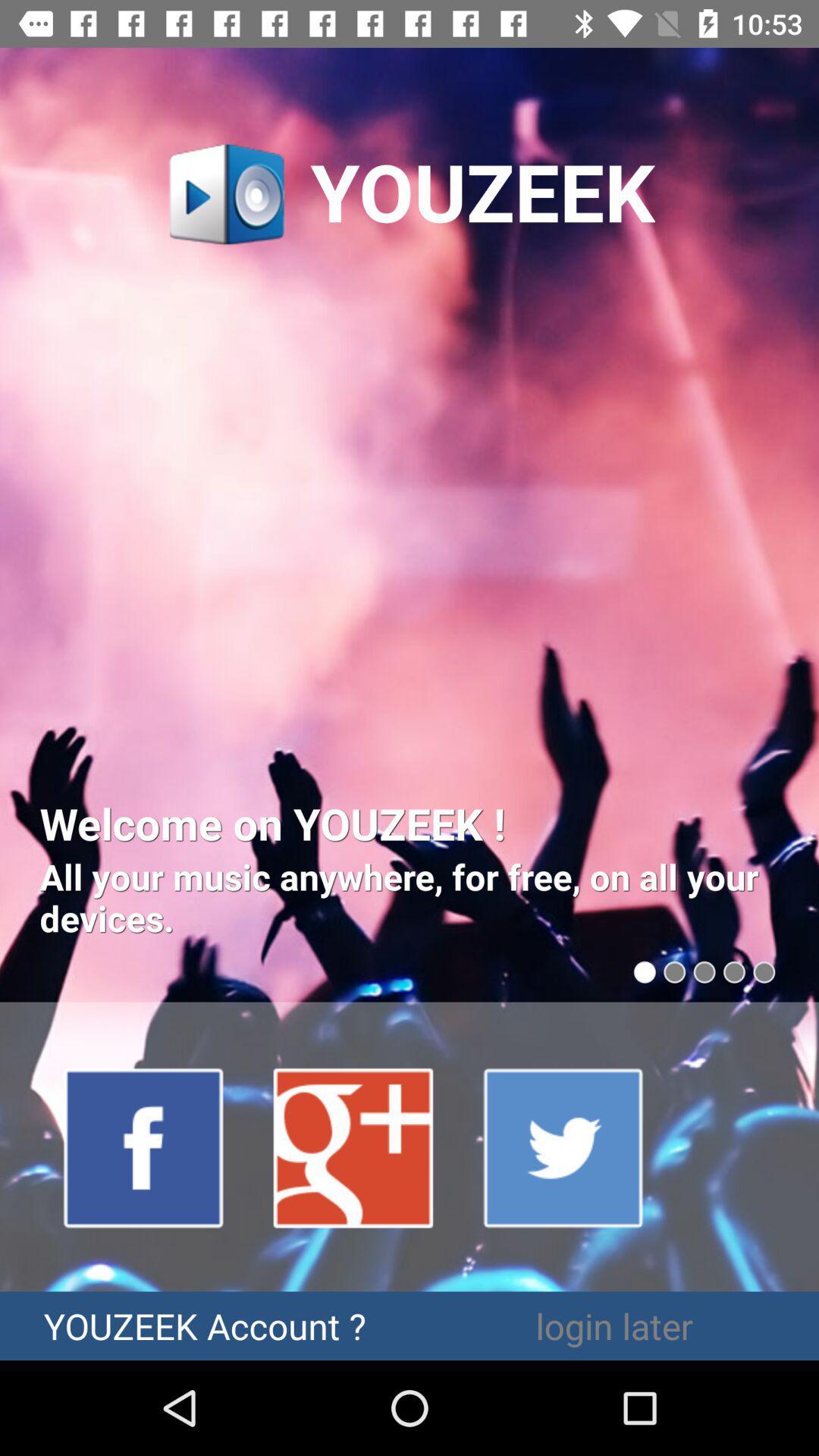 Image resolution: width=819 pixels, height=1456 pixels. What do you see at coordinates (205, 1325) in the screenshot?
I see `youzeek account ?` at bounding box center [205, 1325].